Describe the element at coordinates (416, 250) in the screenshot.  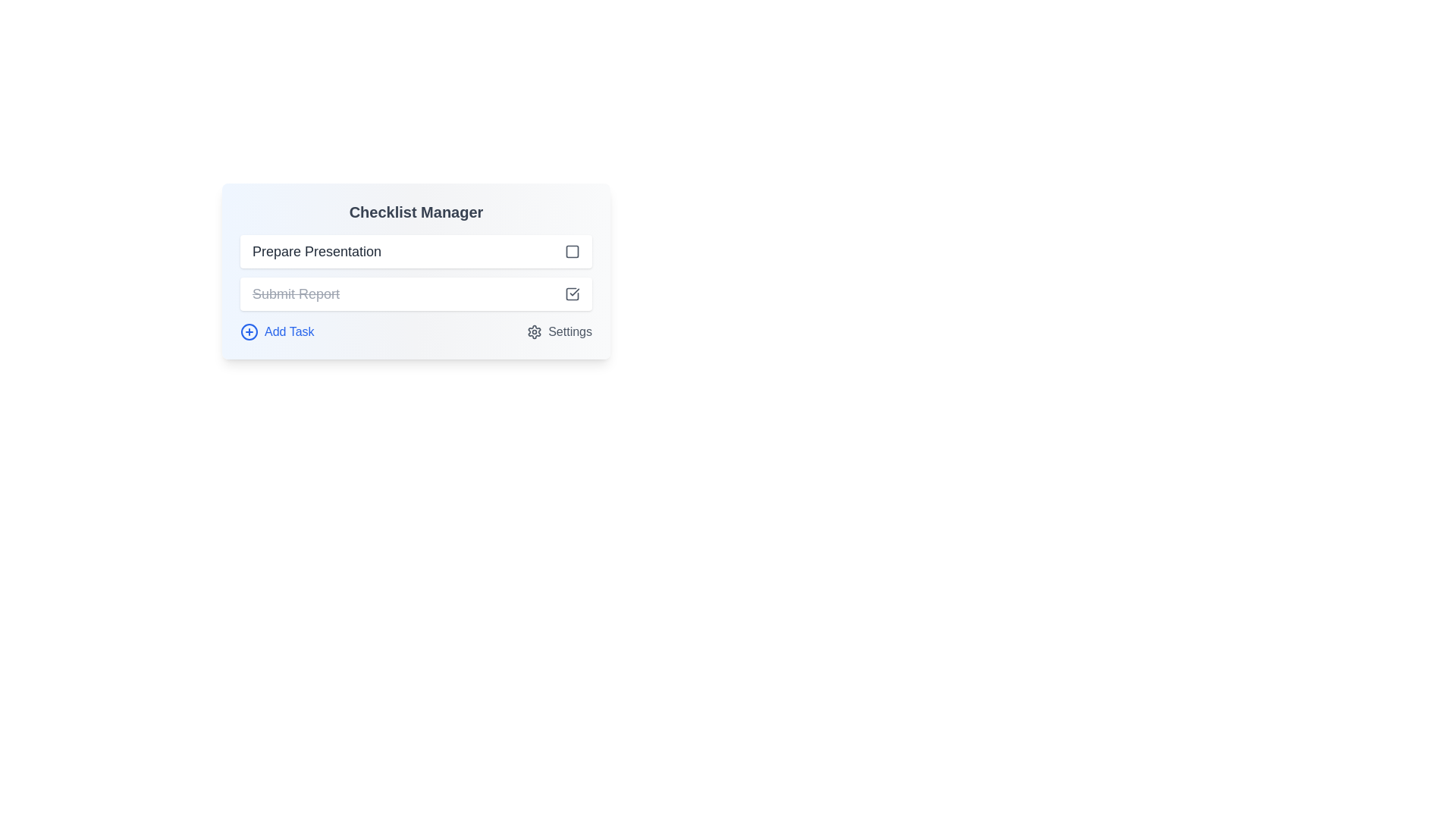
I see `the checkbox associated with the 'Prepare Presentation' task item in the checklist to mark it as complete` at that location.